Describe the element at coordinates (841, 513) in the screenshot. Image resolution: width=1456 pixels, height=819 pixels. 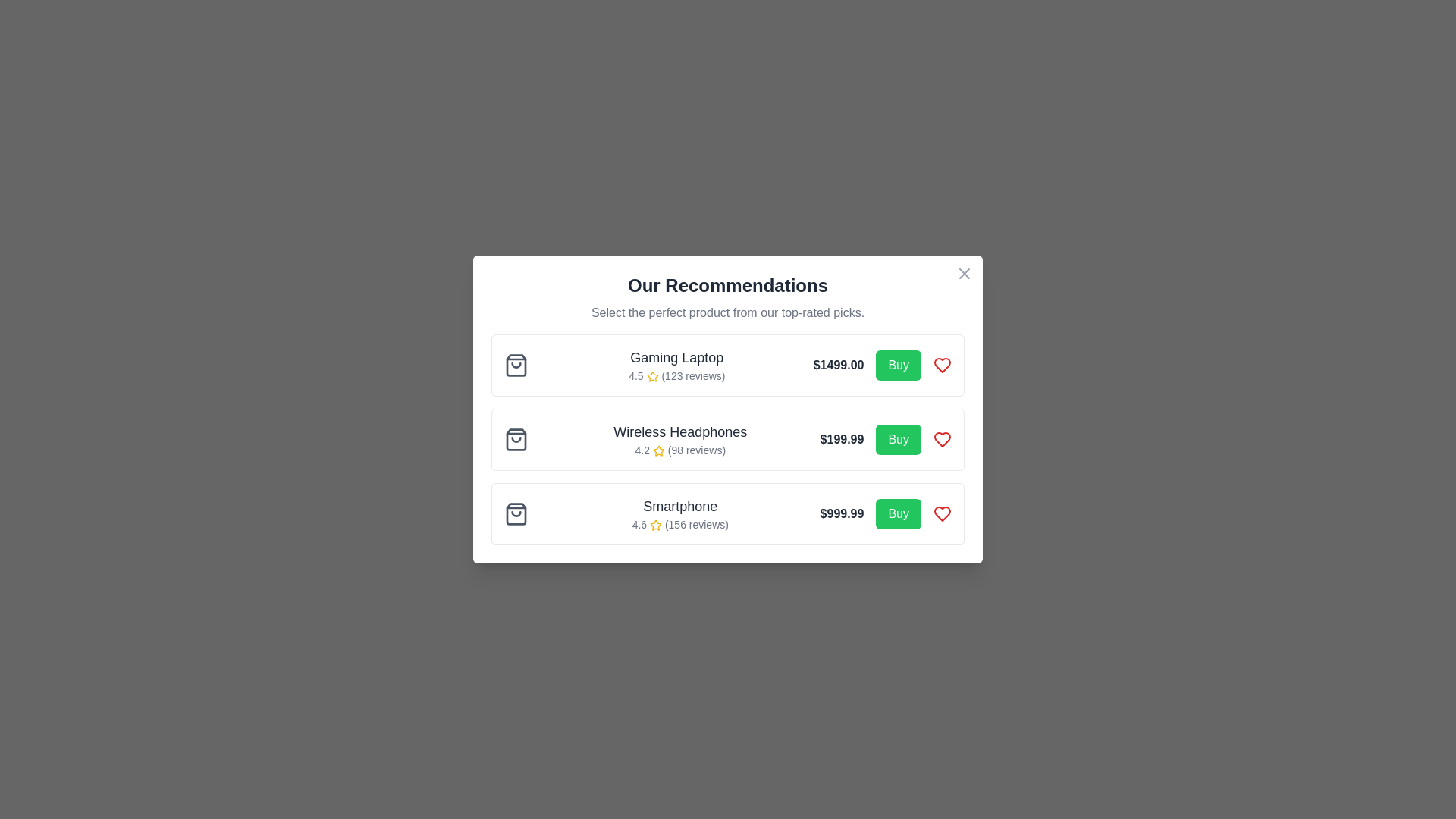
I see `the price Text Label for the 'Smartphone' product` at that location.